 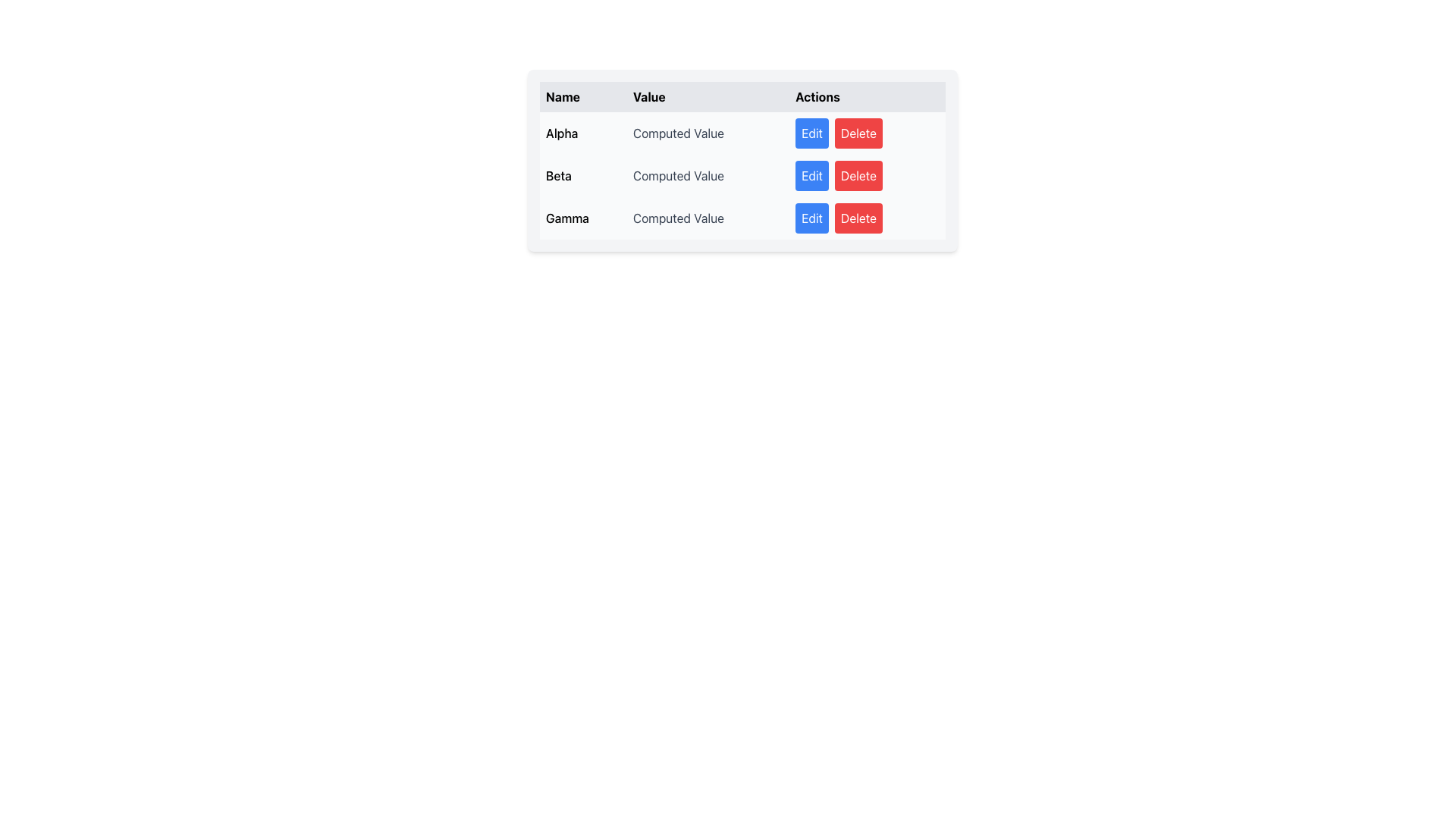 I want to click on the first button in the 'Actions' column of the second row in the table, which allows the user to edit the associated row's data, so click(x=811, y=174).